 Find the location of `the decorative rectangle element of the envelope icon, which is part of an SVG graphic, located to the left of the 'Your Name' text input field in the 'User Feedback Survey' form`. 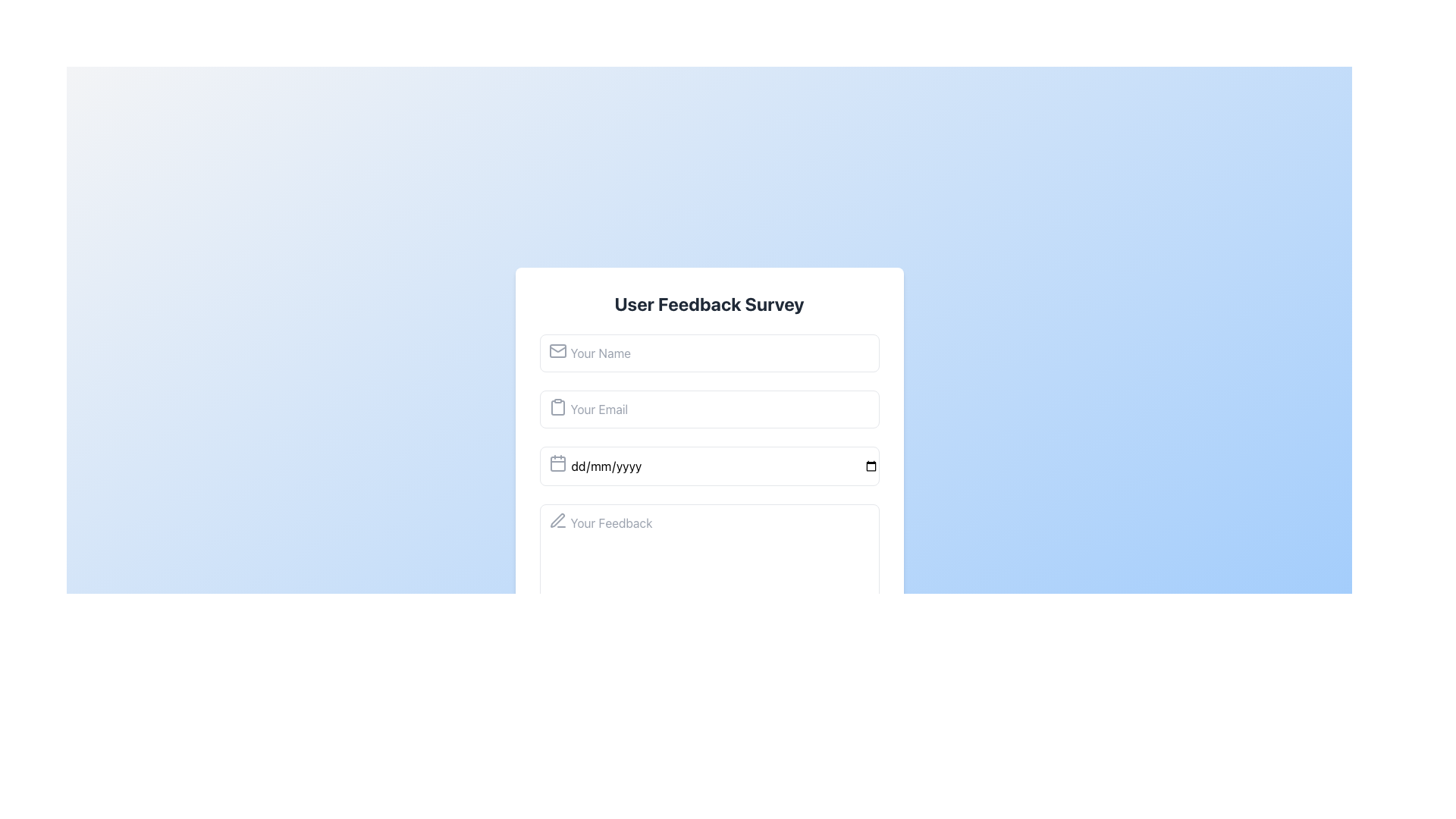

the decorative rectangle element of the envelope icon, which is part of an SVG graphic, located to the left of the 'Your Name' text input field in the 'User Feedback Survey' form is located at coordinates (557, 350).